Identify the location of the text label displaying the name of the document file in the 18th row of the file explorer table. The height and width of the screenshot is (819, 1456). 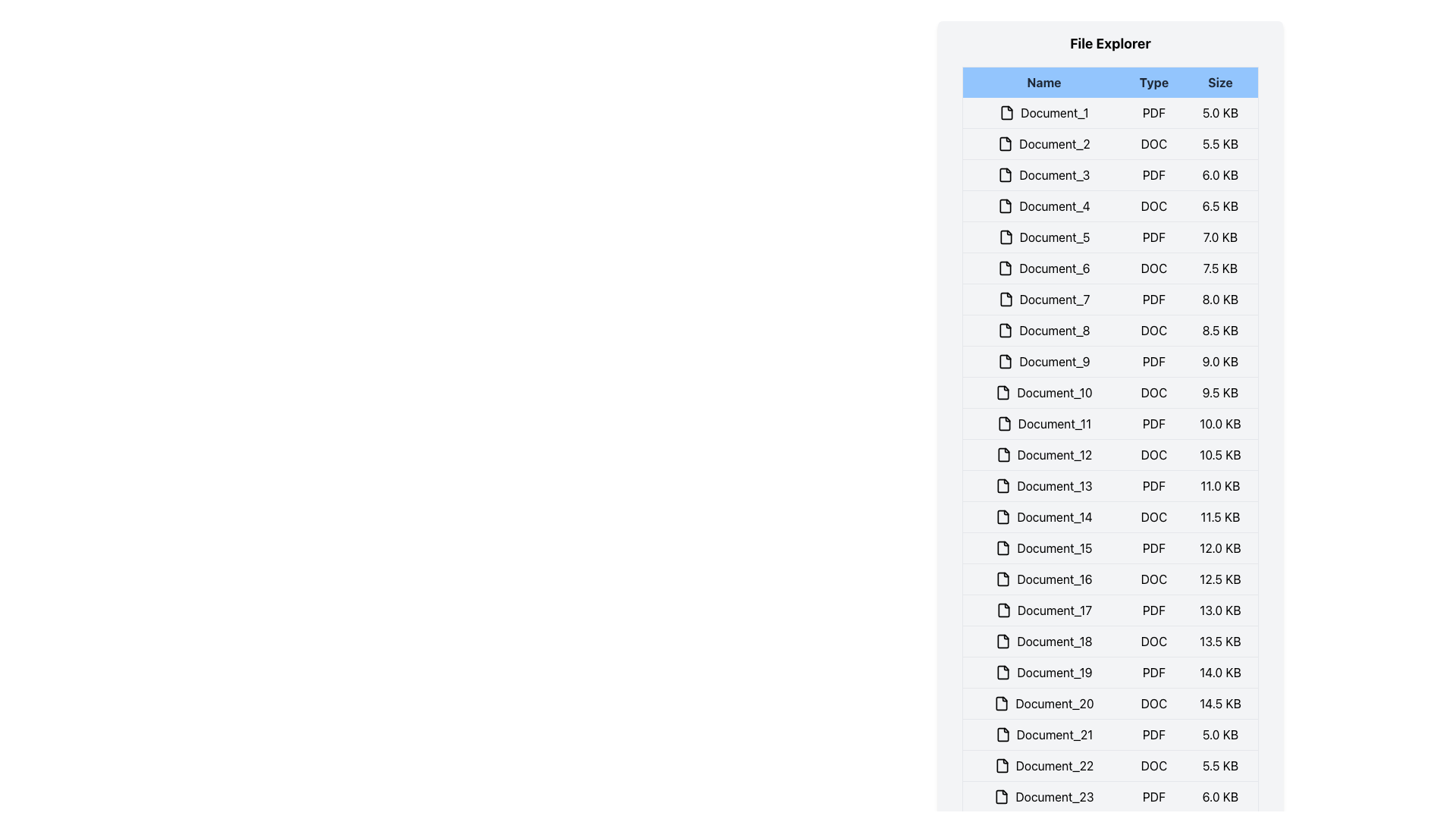
(1043, 641).